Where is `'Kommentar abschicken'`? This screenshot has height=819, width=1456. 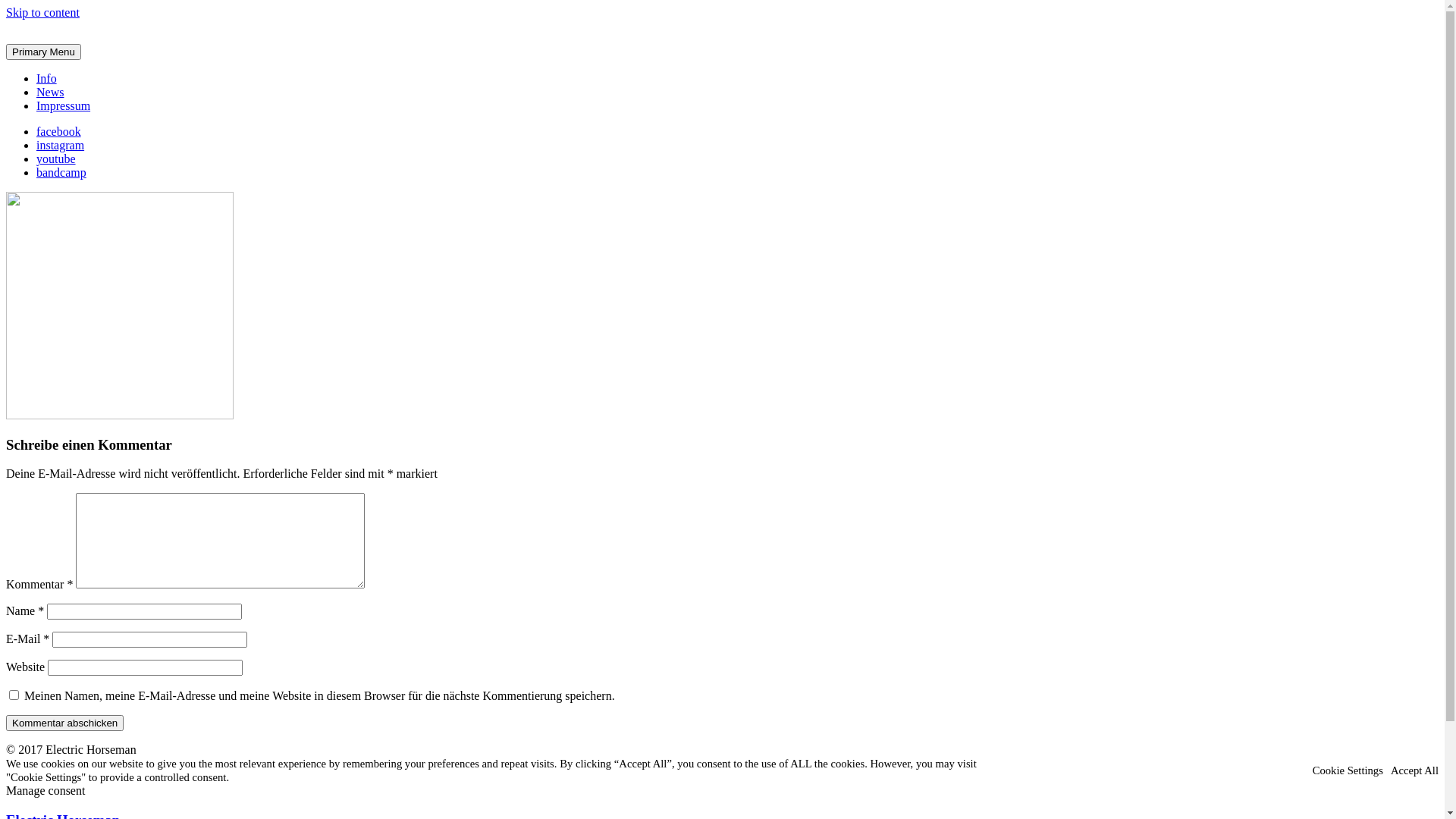 'Kommentar abschicken' is located at coordinates (64, 722).